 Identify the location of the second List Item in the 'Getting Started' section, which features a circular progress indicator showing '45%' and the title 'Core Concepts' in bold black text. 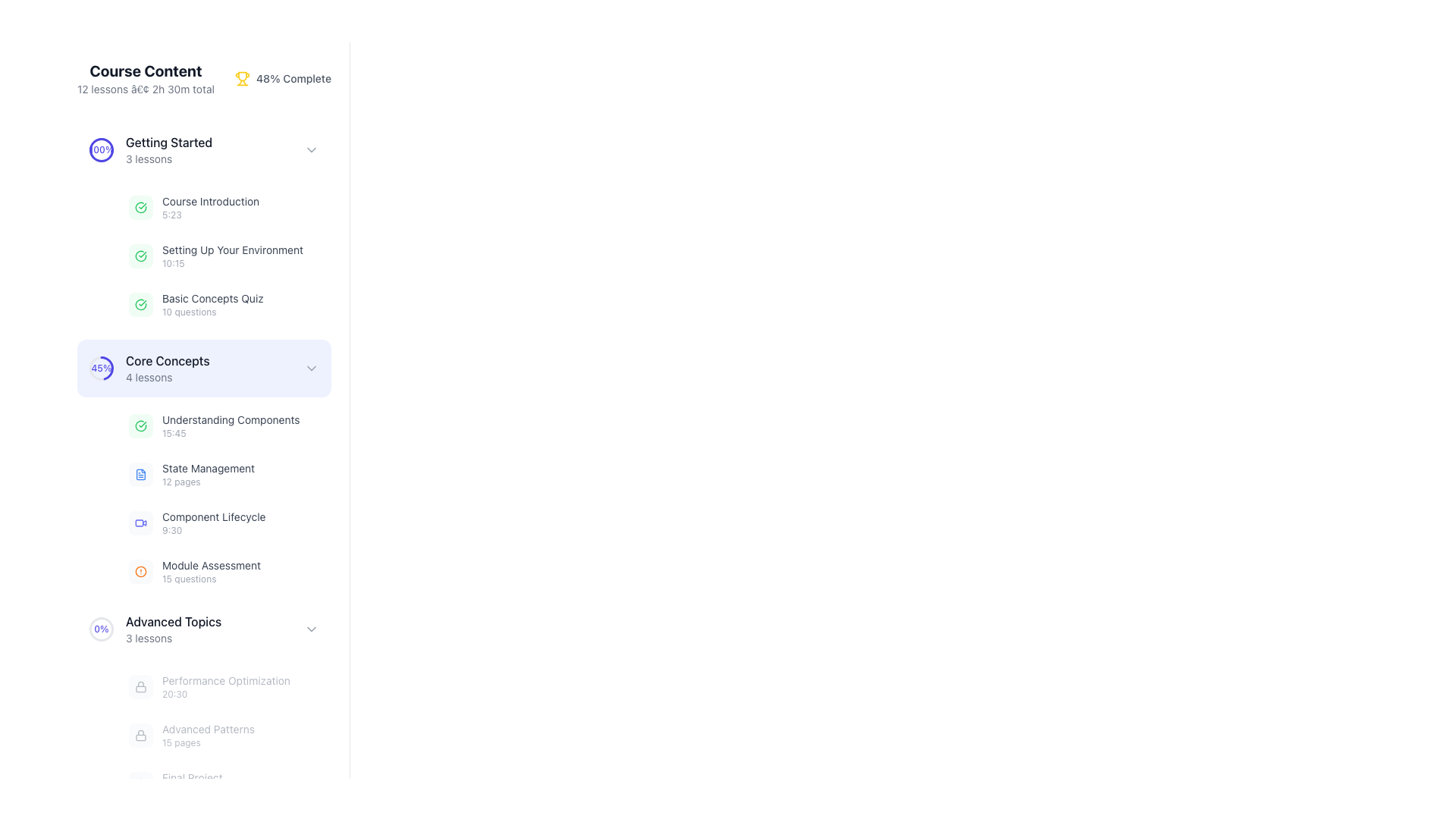
(149, 369).